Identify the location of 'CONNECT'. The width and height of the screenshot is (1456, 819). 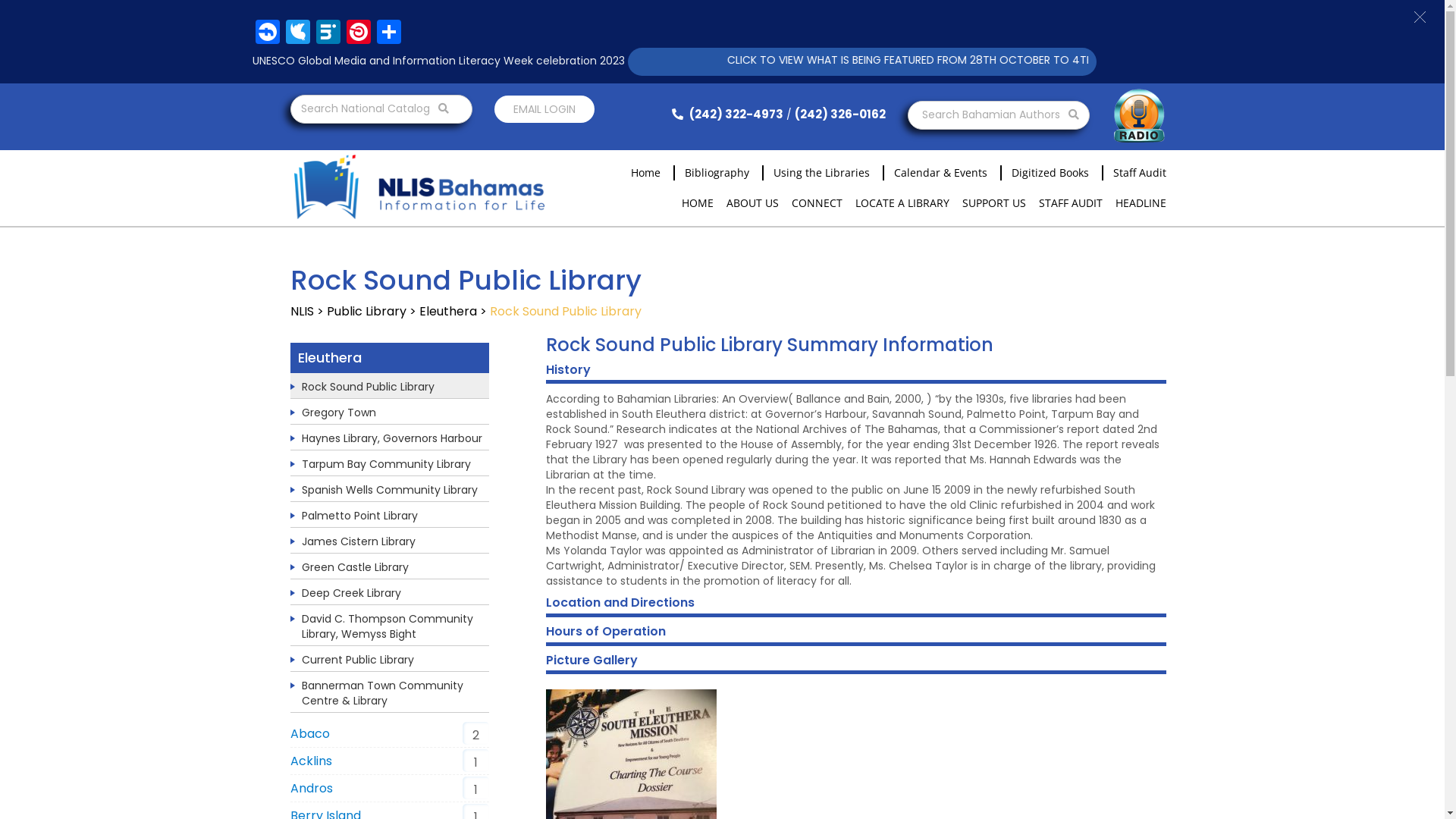
(790, 202).